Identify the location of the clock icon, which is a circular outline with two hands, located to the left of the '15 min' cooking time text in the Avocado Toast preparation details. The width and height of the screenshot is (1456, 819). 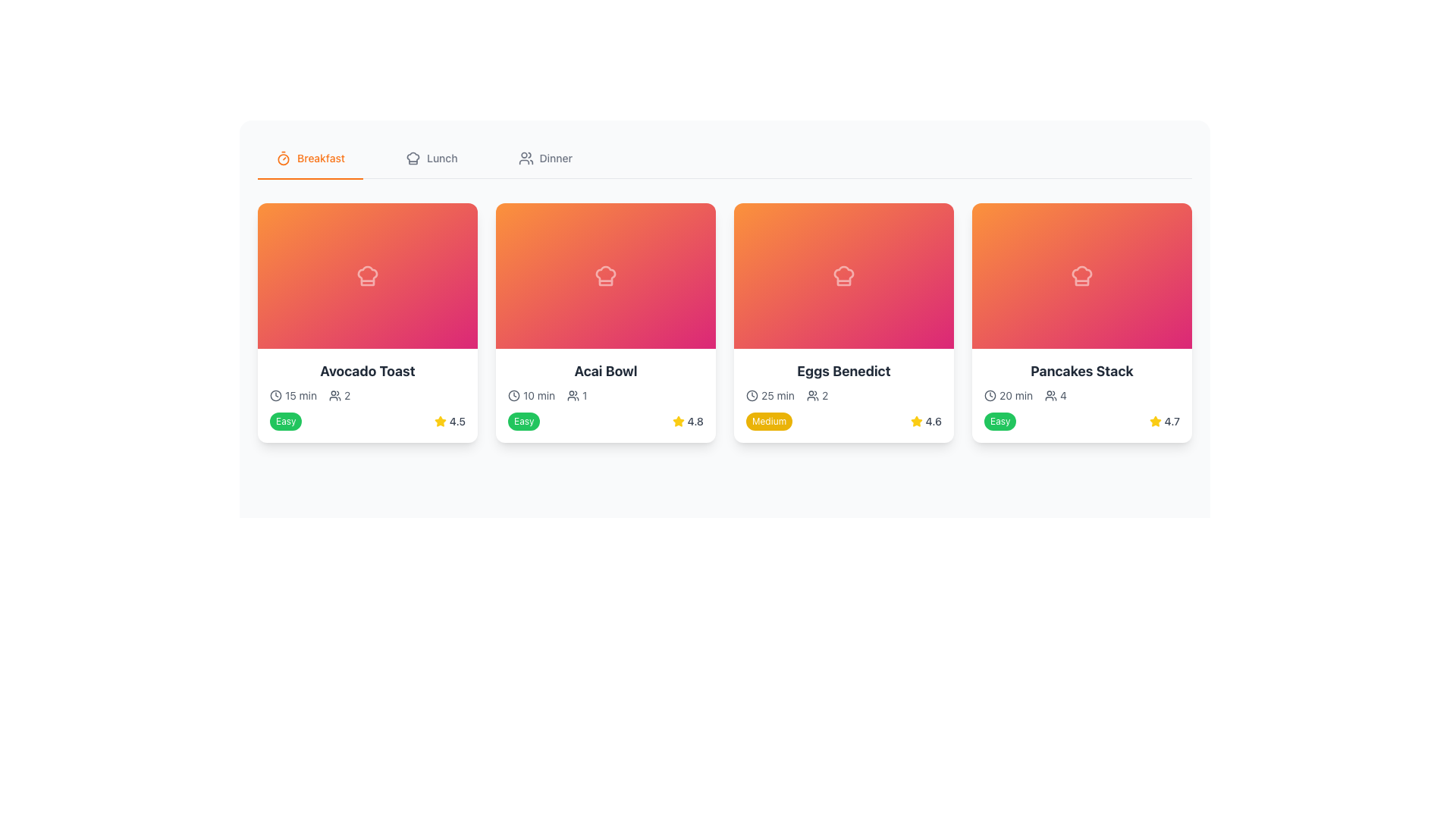
(276, 394).